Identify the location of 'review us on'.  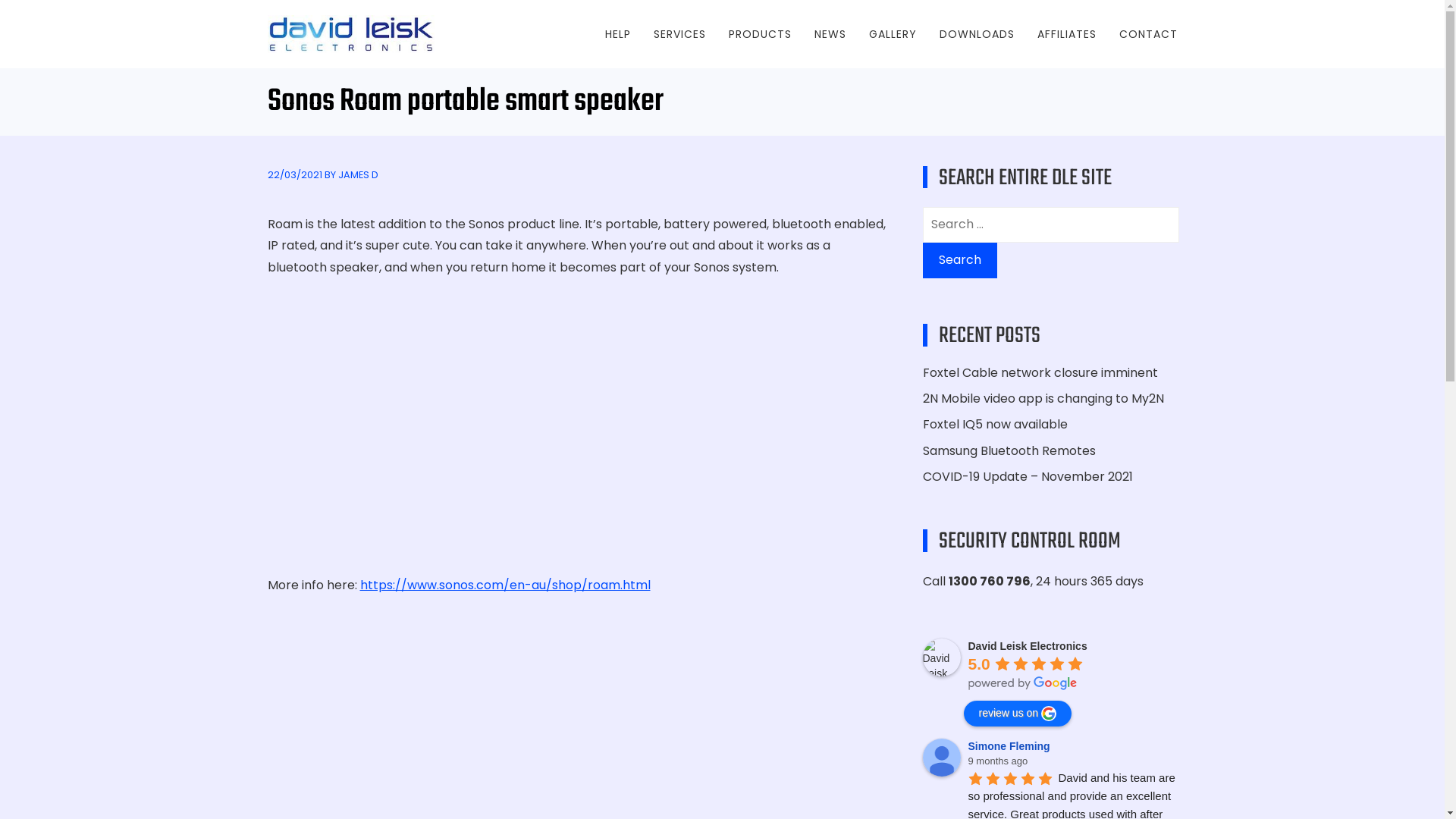
(1017, 714).